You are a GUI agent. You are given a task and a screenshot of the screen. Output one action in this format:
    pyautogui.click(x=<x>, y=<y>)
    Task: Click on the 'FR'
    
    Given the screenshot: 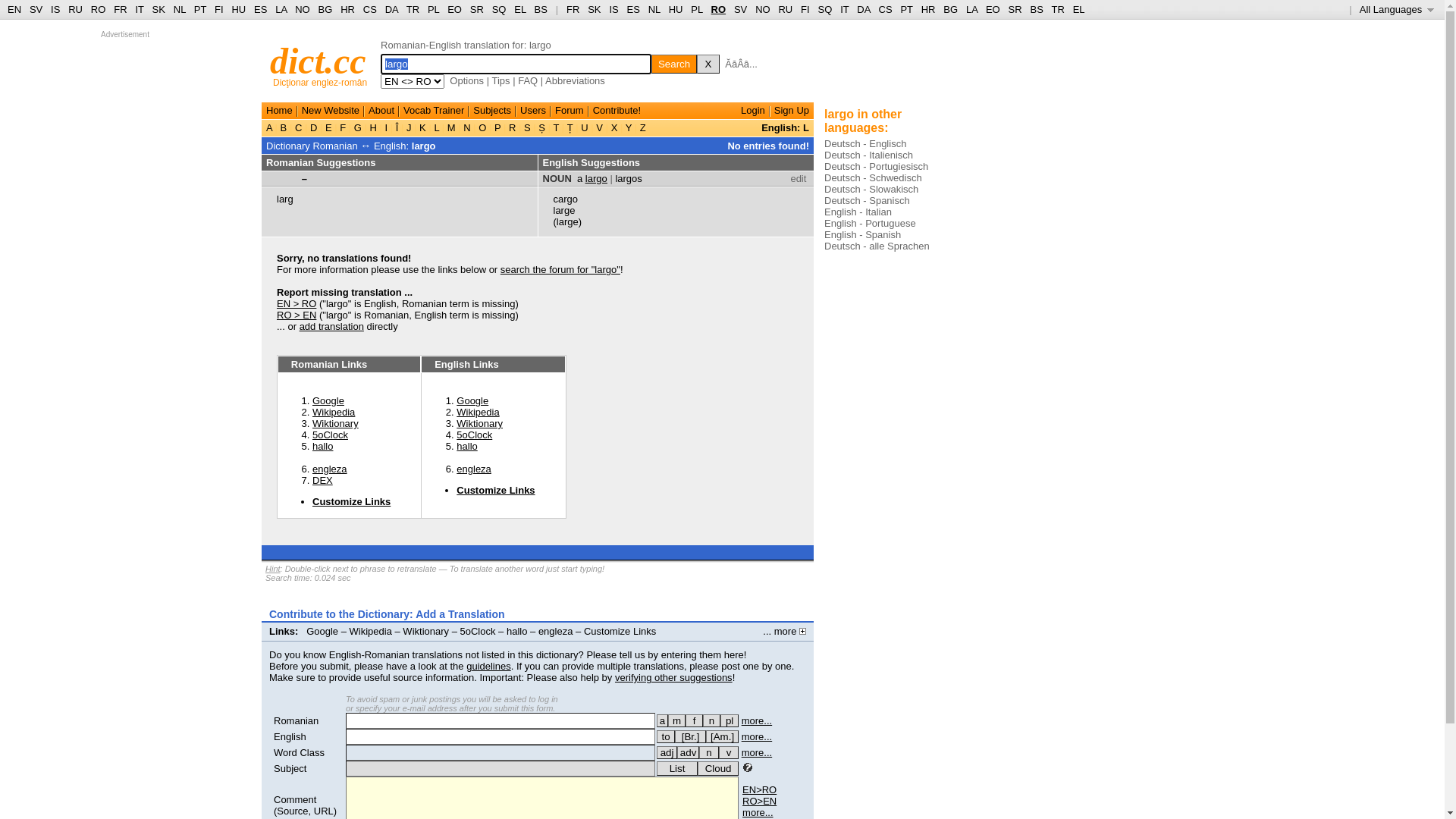 What is the action you would take?
    pyautogui.click(x=572, y=9)
    